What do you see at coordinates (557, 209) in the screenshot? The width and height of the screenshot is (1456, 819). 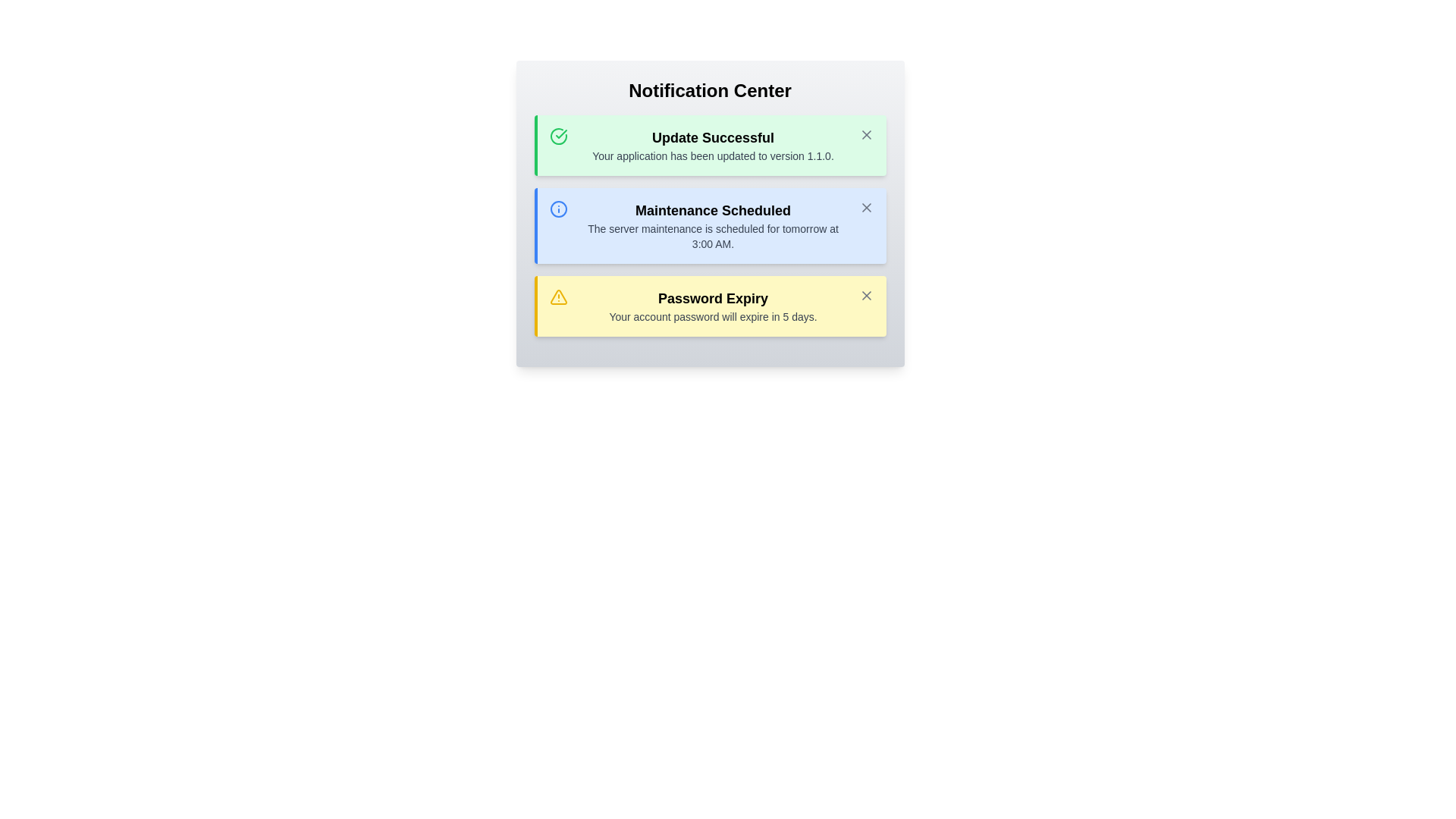 I see `the circular SVG icon indicating 'Maintenance Scheduled' located in the second notification entry of the notification center, positioned to the left of the corresponding text` at bounding box center [557, 209].